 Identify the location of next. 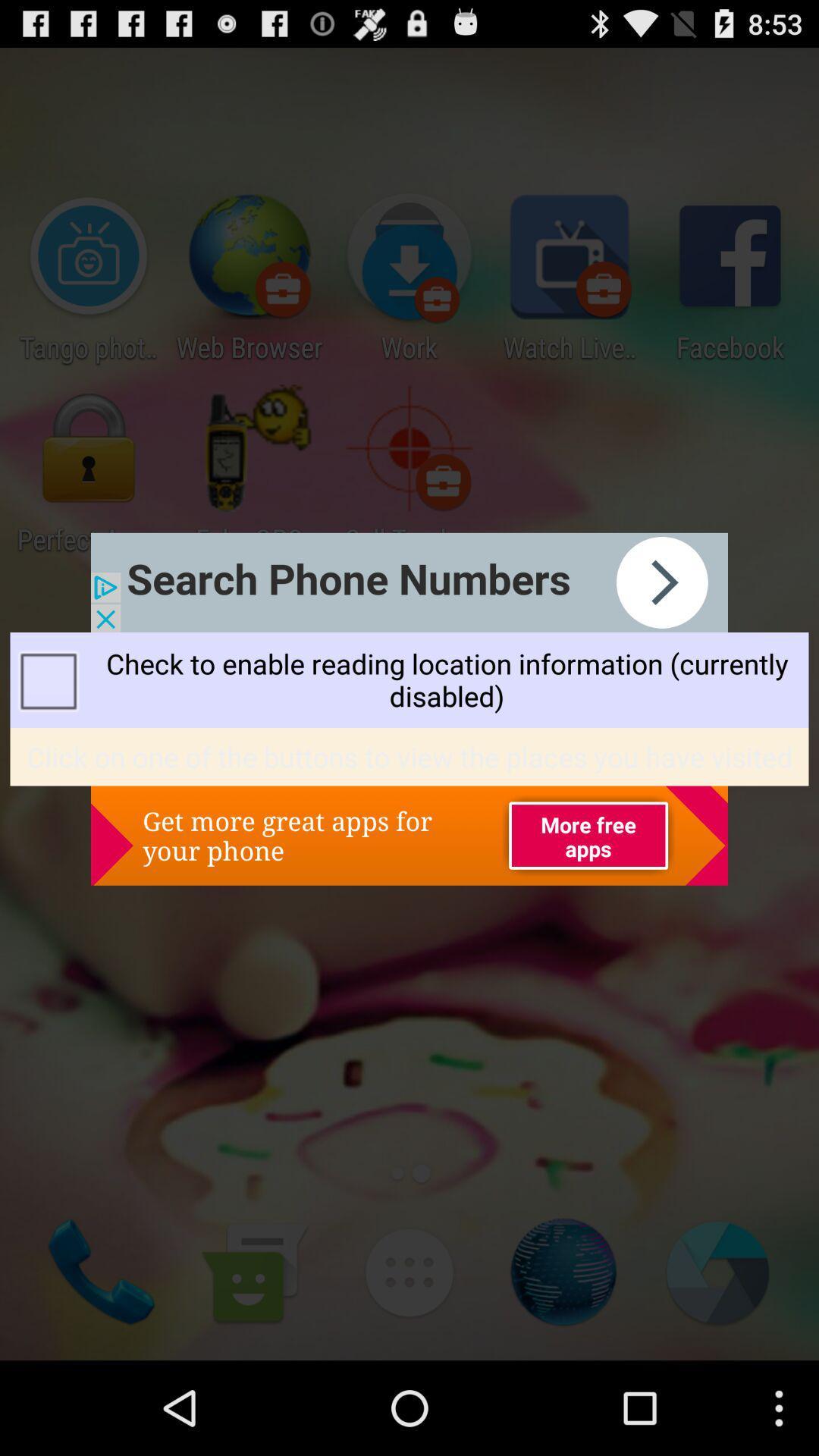
(409, 582).